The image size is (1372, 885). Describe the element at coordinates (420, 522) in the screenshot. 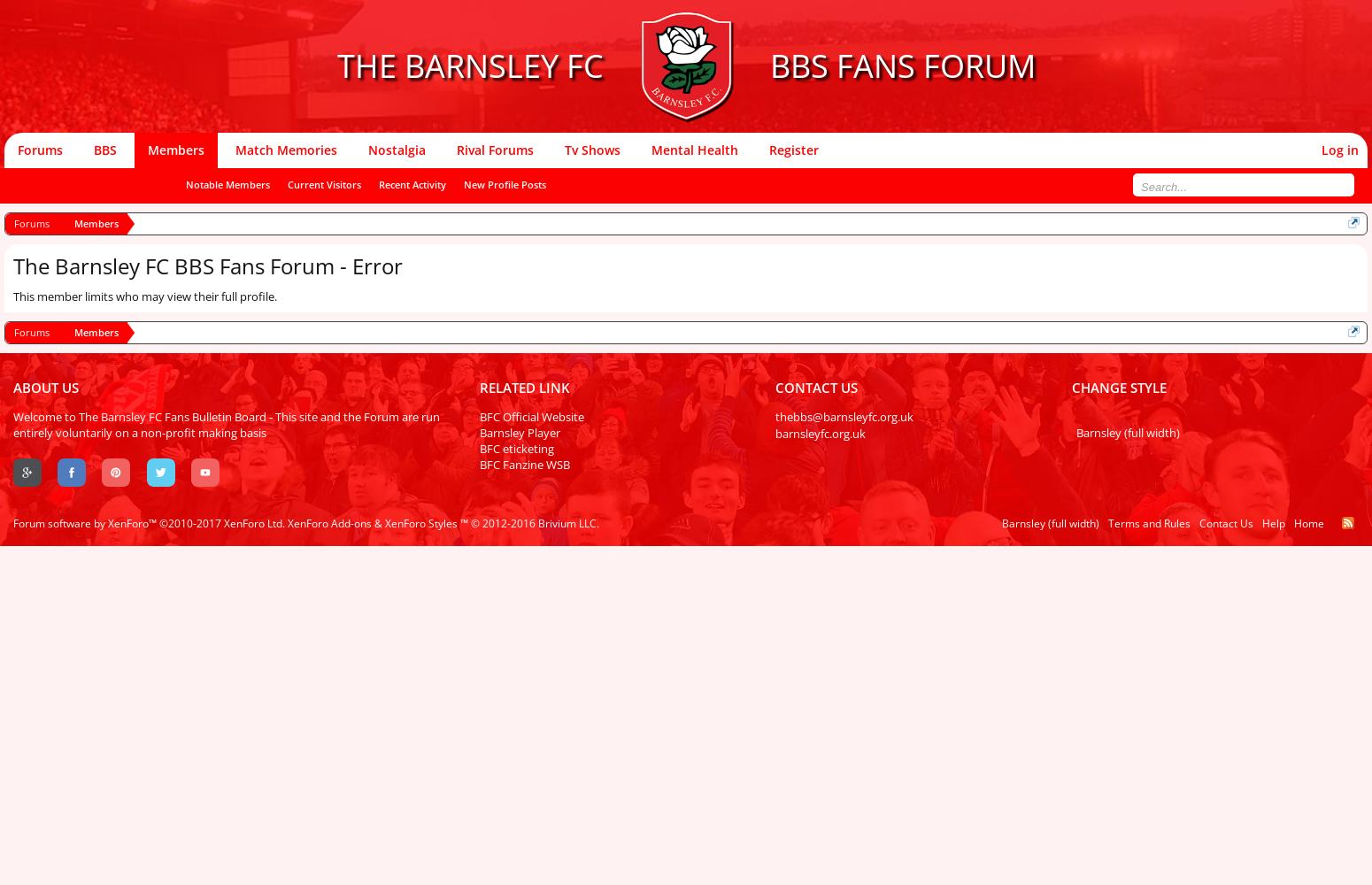

I see `'XenForo Styles'` at that location.